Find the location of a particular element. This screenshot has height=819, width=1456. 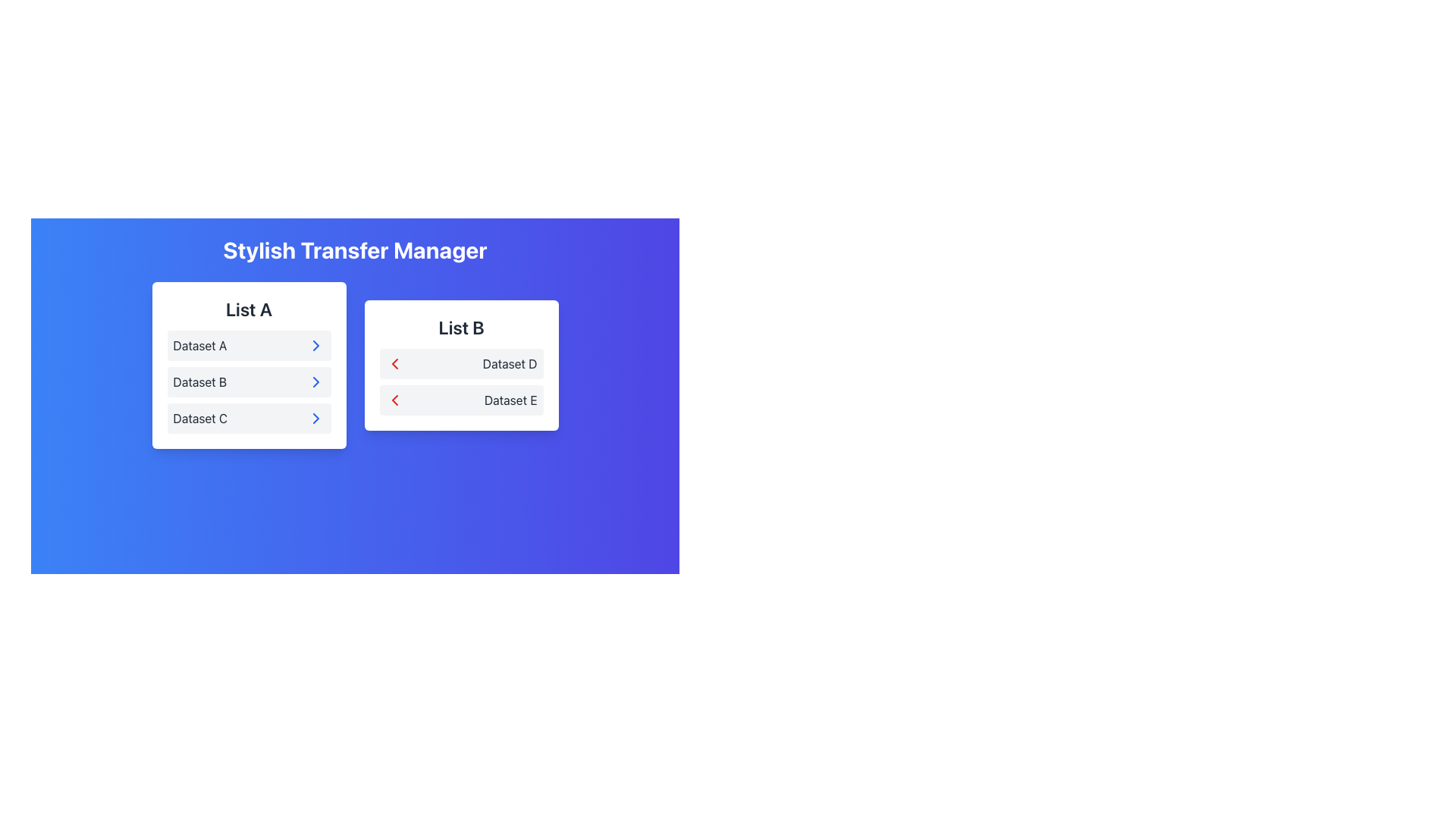

the text label 'Dataset C' in the left-hand card labeled 'List A' is located at coordinates (199, 418).